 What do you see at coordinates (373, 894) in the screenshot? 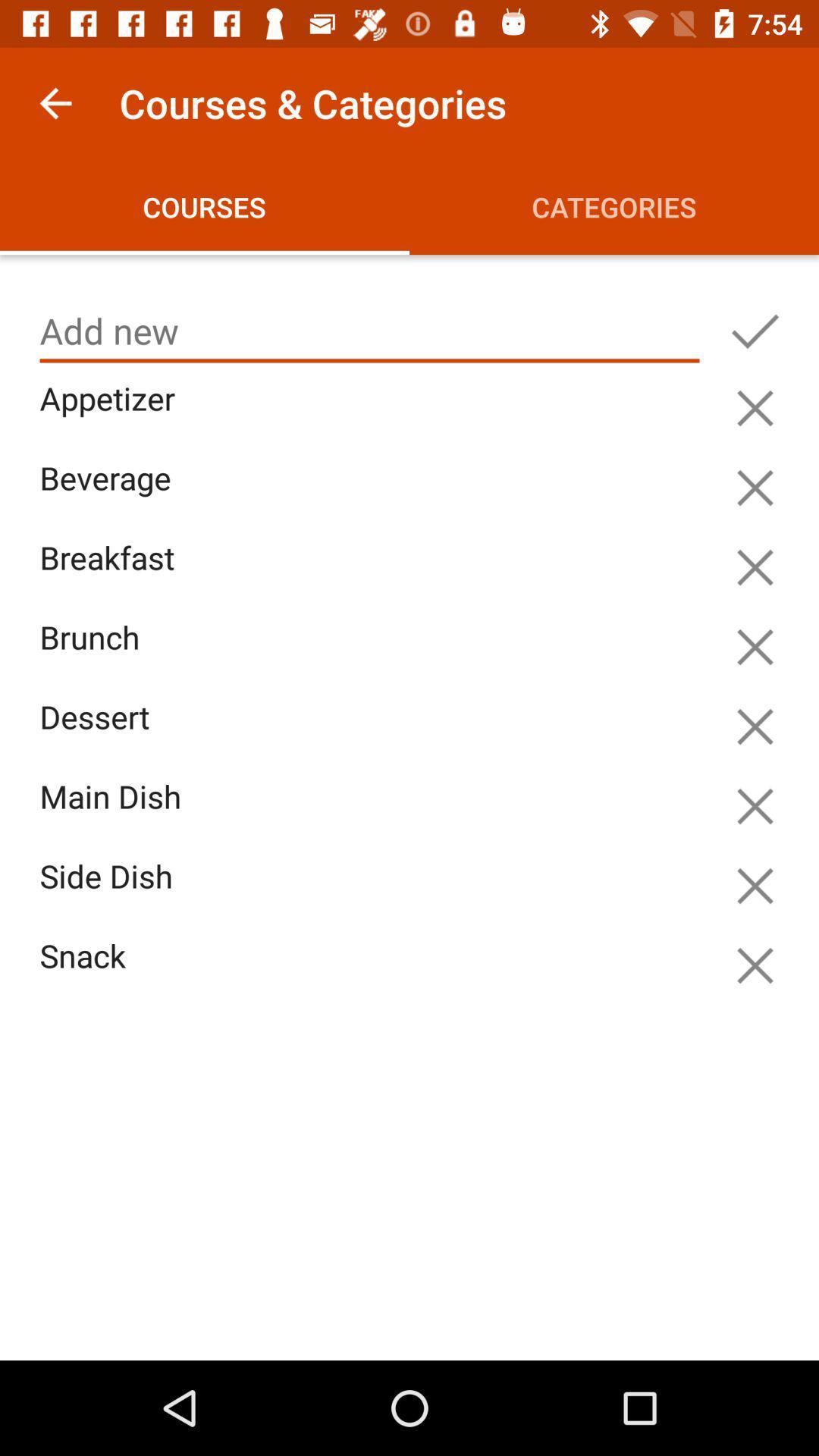
I see `icon below main dish` at bounding box center [373, 894].